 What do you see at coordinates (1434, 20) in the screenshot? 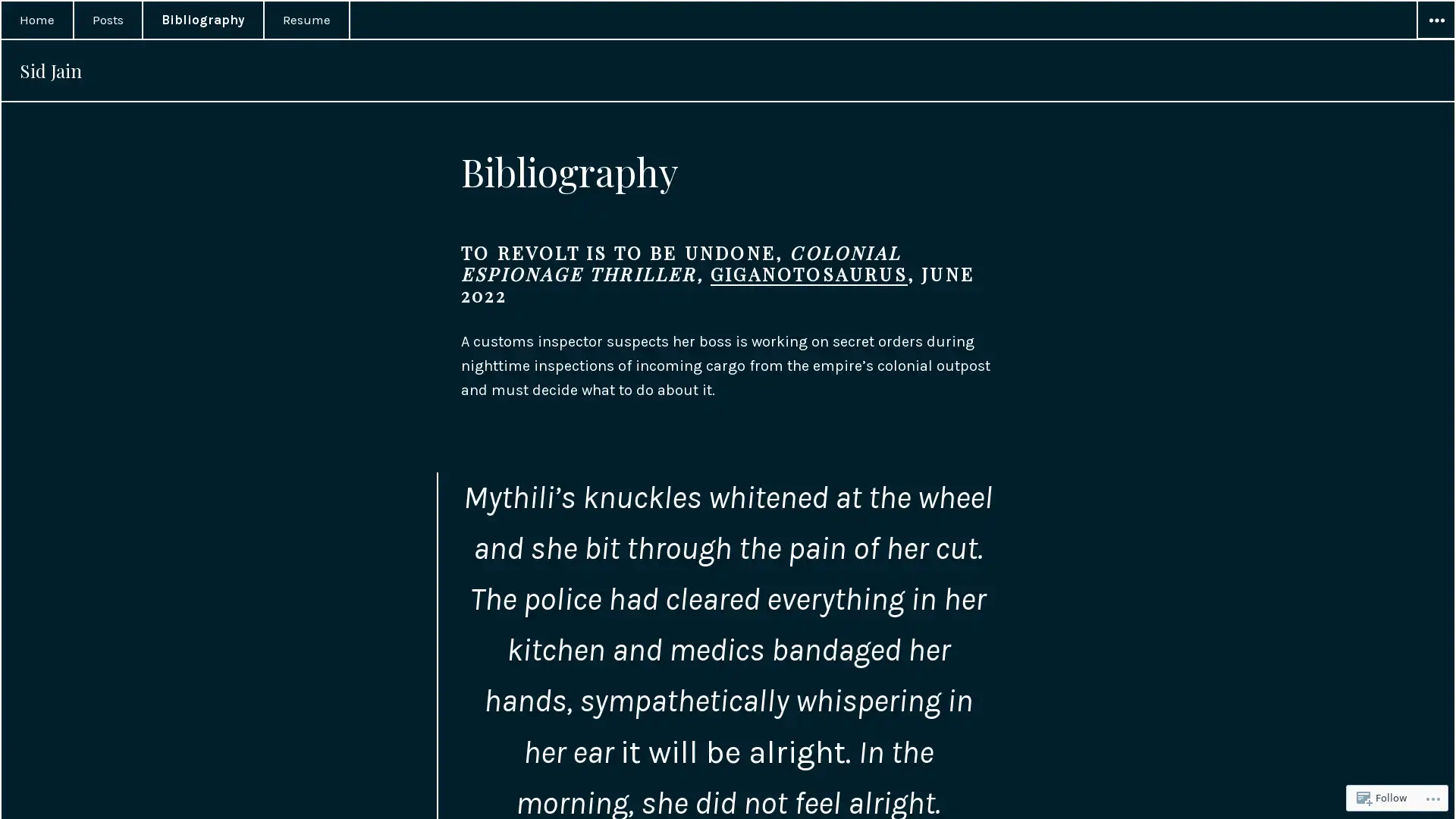
I see `WIDGETS` at bounding box center [1434, 20].